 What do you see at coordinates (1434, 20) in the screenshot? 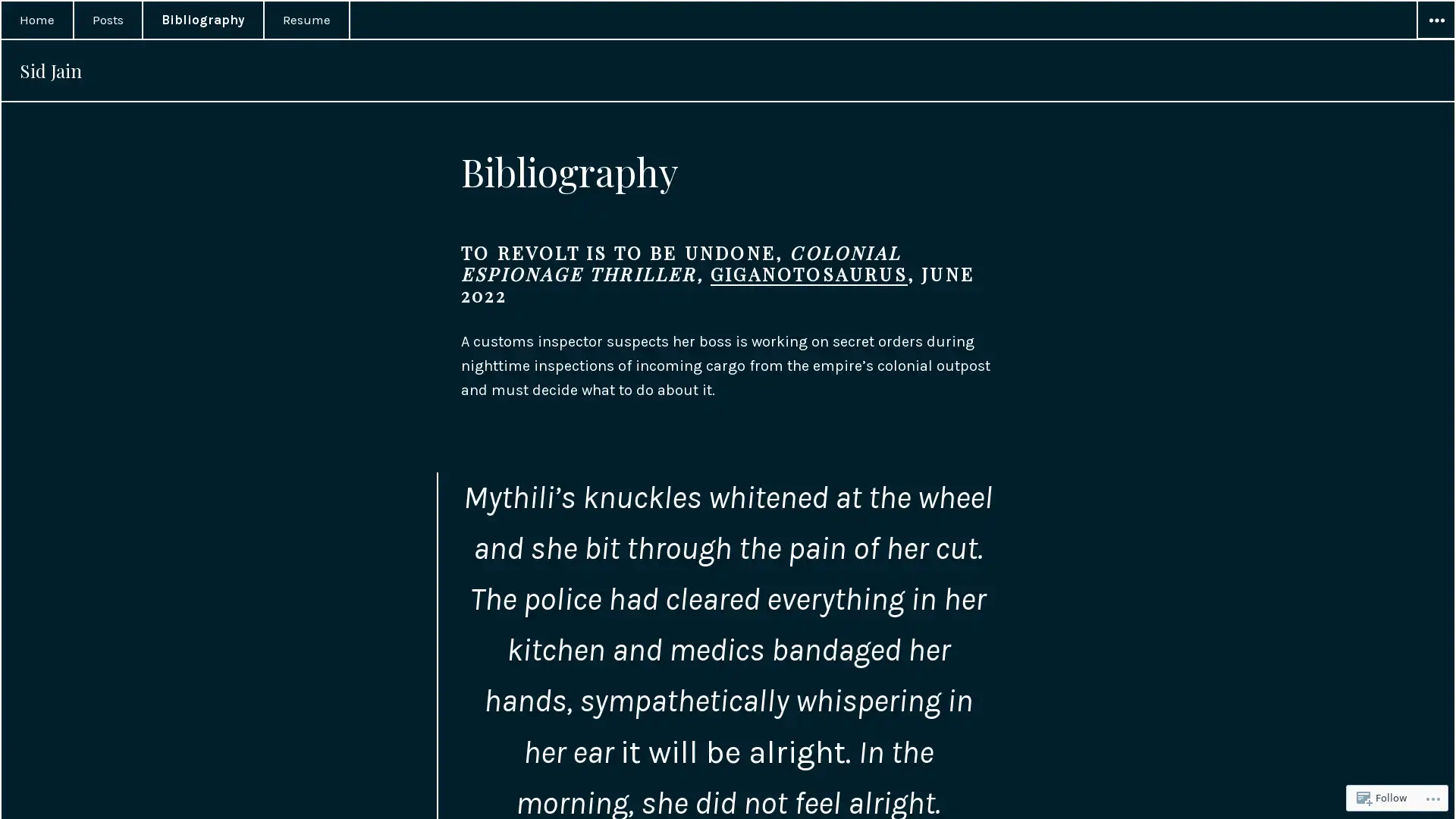
I see `WIDGETS` at bounding box center [1434, 20].